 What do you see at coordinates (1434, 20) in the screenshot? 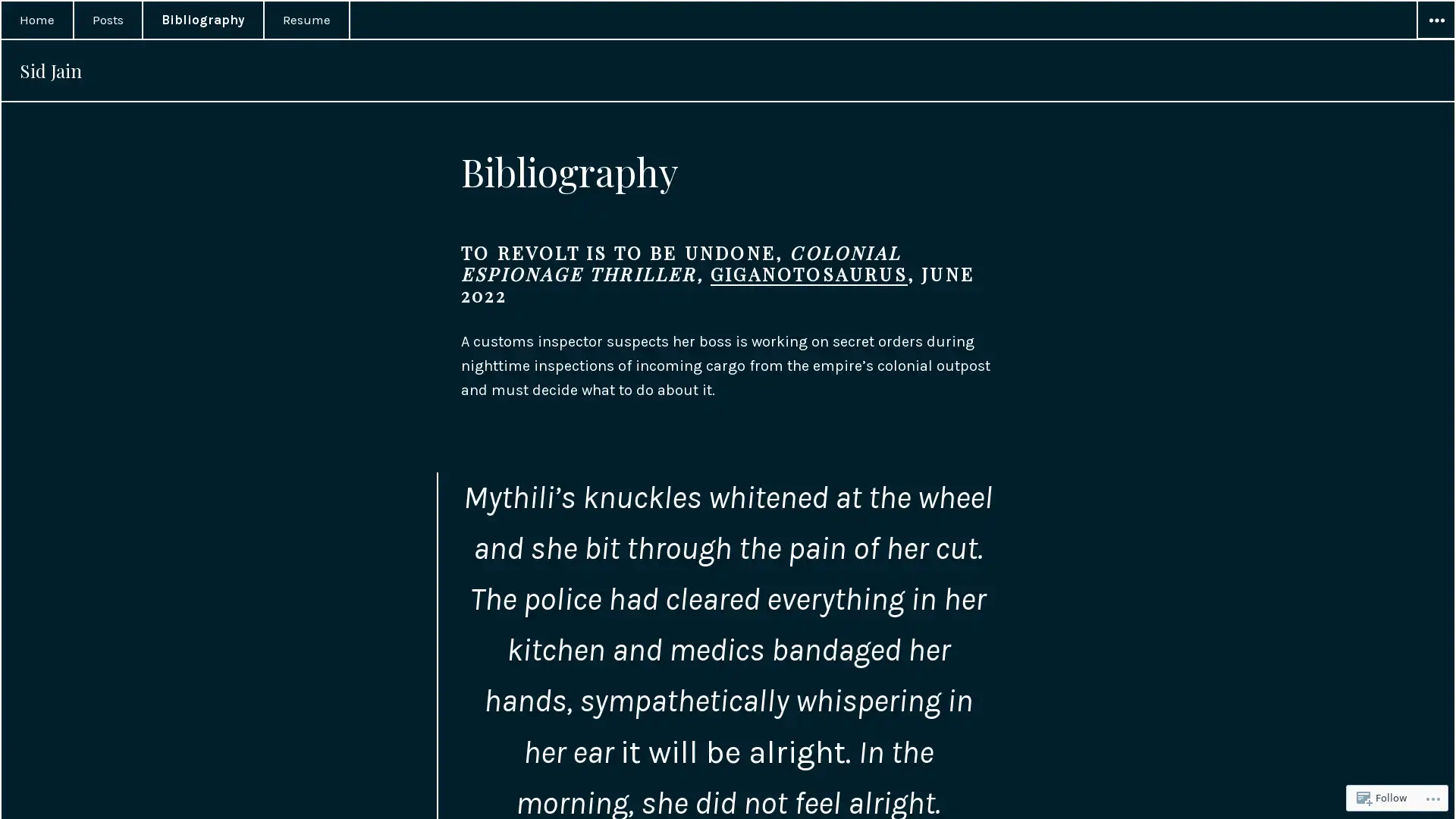
I see `WIDGETS` at bounding box center [1434, 20].